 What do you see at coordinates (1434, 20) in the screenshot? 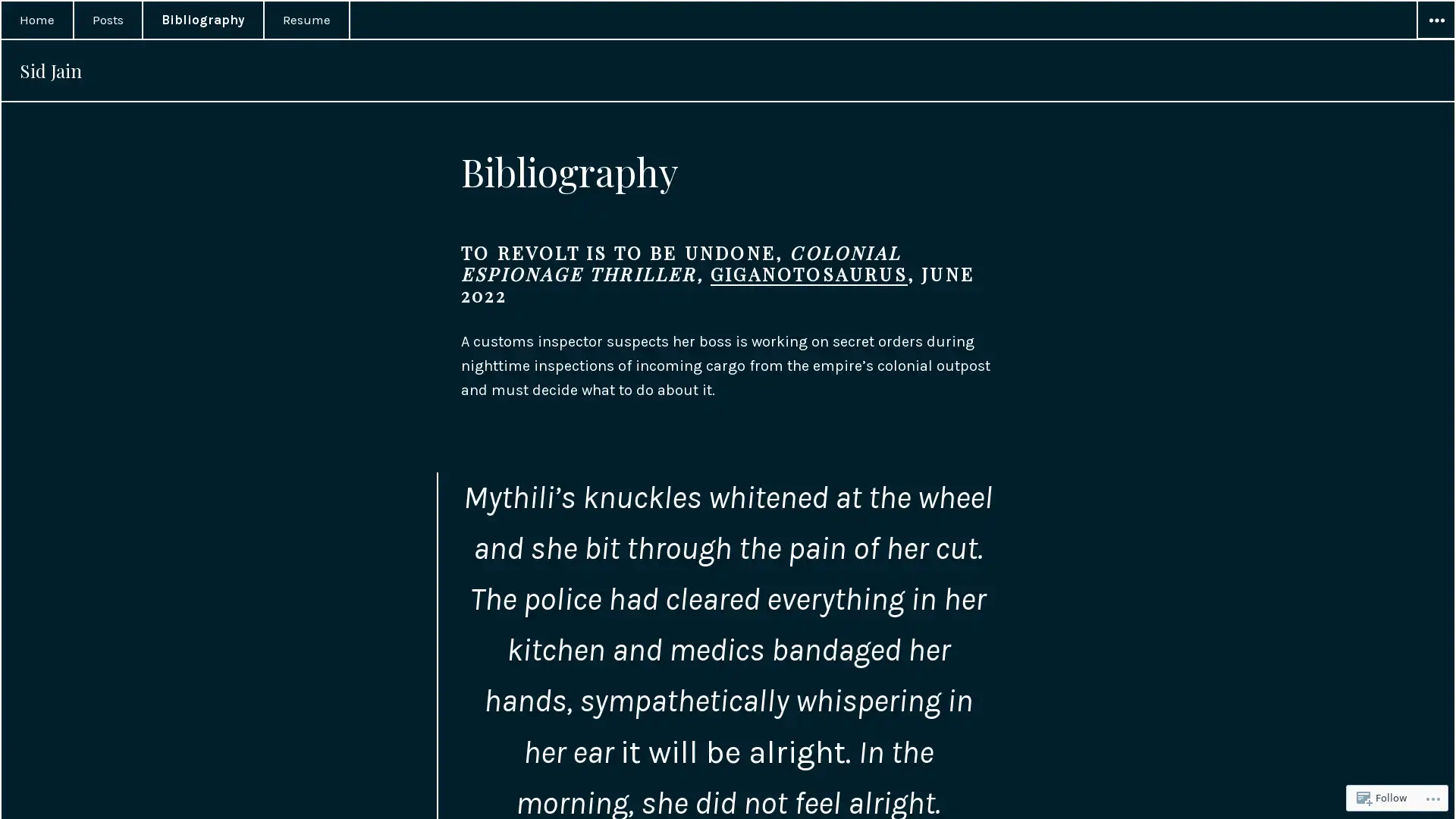
I see `WIDGETS` at bounding box center [1434, 20].